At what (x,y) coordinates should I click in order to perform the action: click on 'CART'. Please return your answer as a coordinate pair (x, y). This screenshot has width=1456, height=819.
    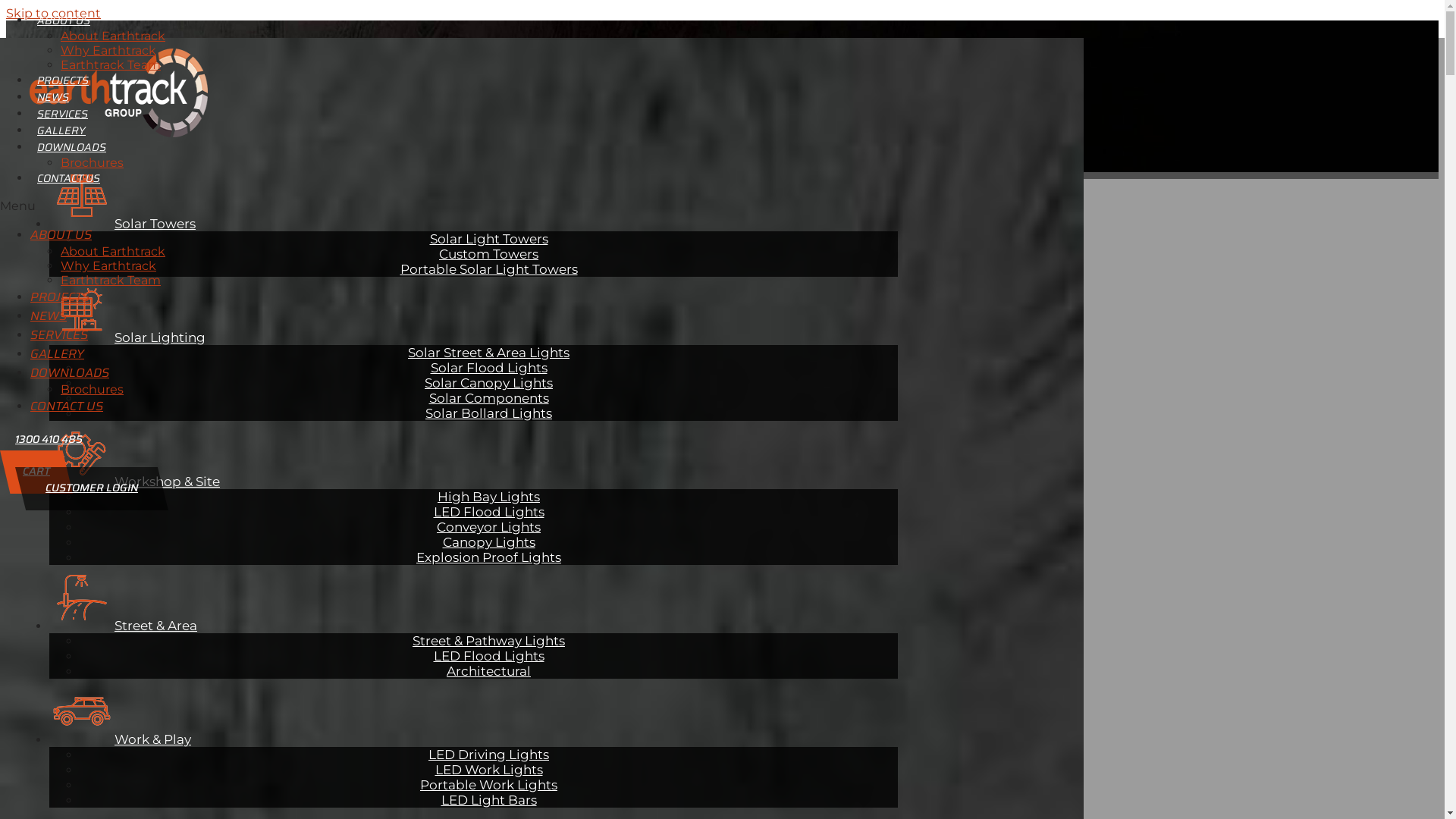
    Looking at the image, I should click on (0, 471).